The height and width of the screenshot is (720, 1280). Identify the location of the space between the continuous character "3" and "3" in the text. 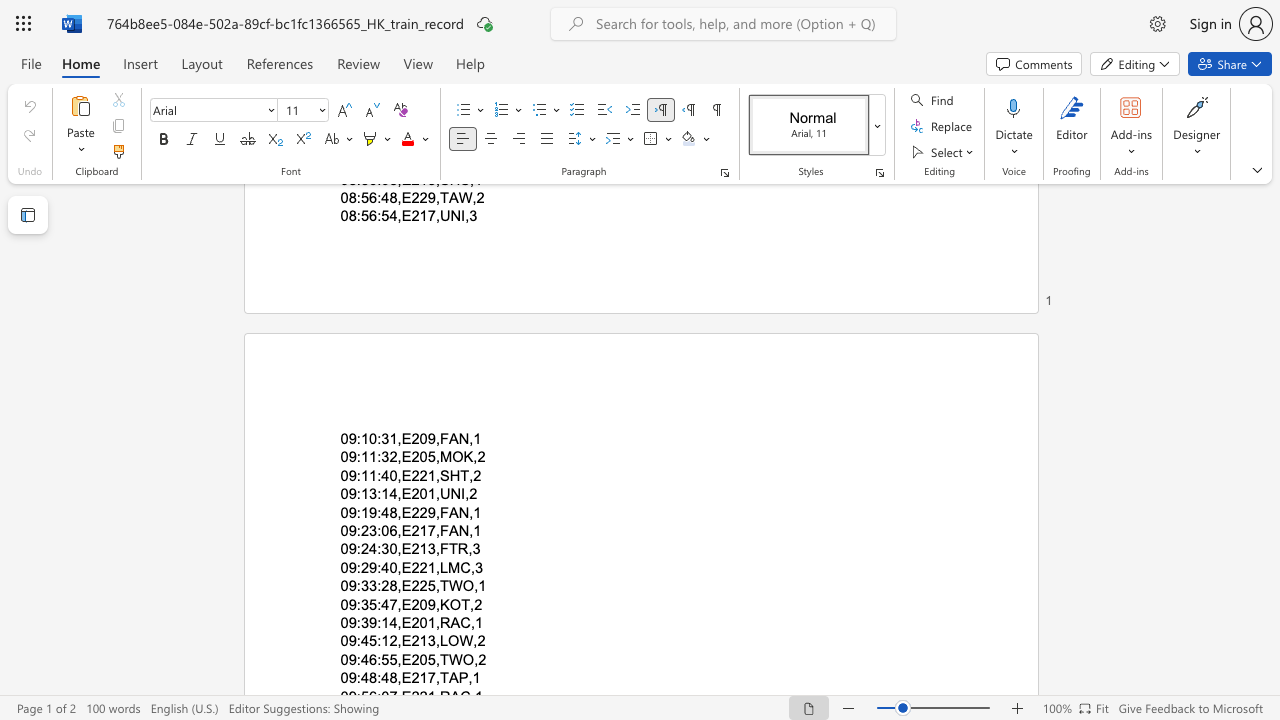
(369, 585).